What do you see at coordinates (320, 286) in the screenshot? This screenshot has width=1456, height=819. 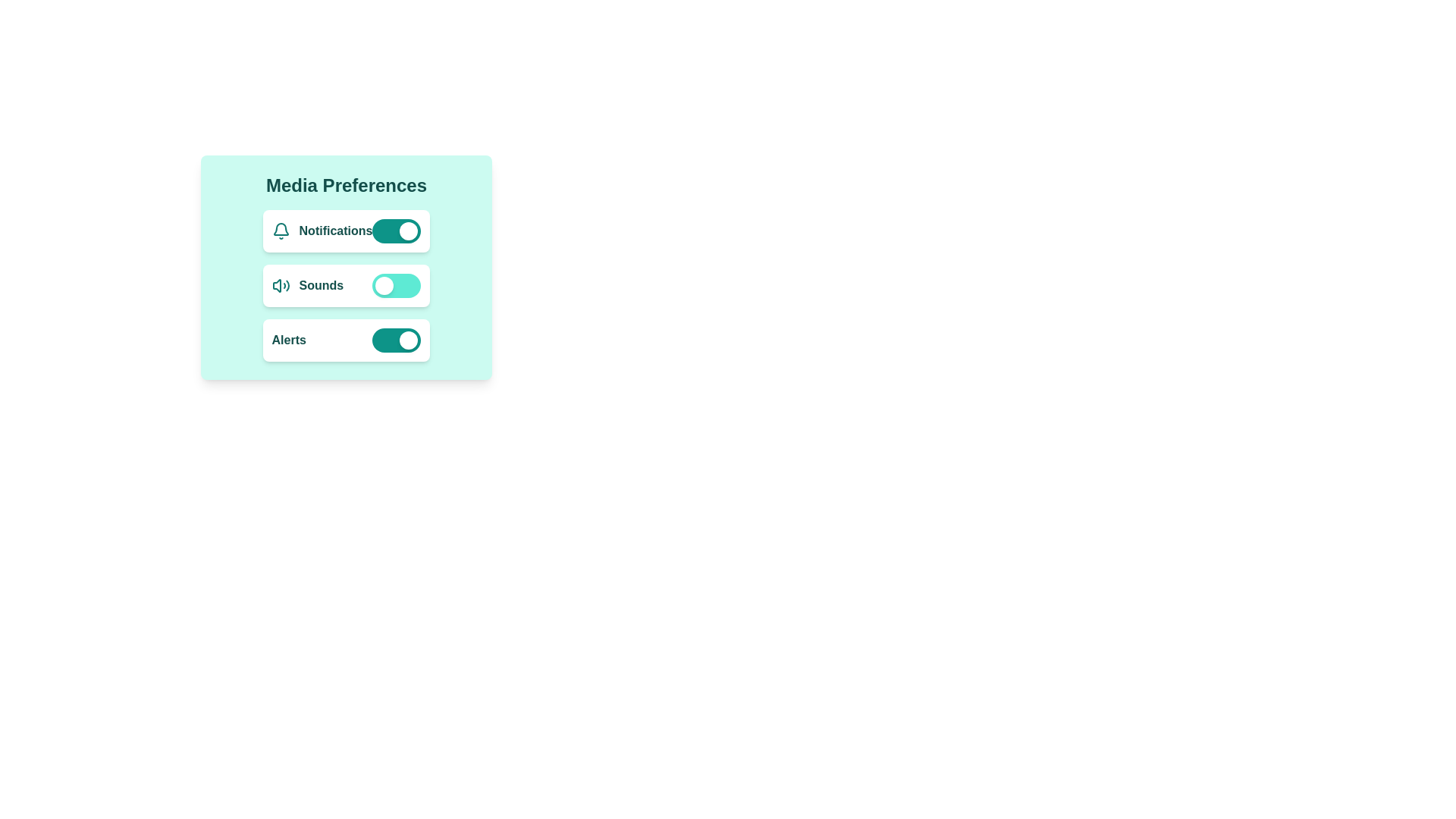 I see `the text label that describes the sound settings toggle switch, located in the second row of media preferences, to the right of the volume icon` at bounding box center [320, 286].